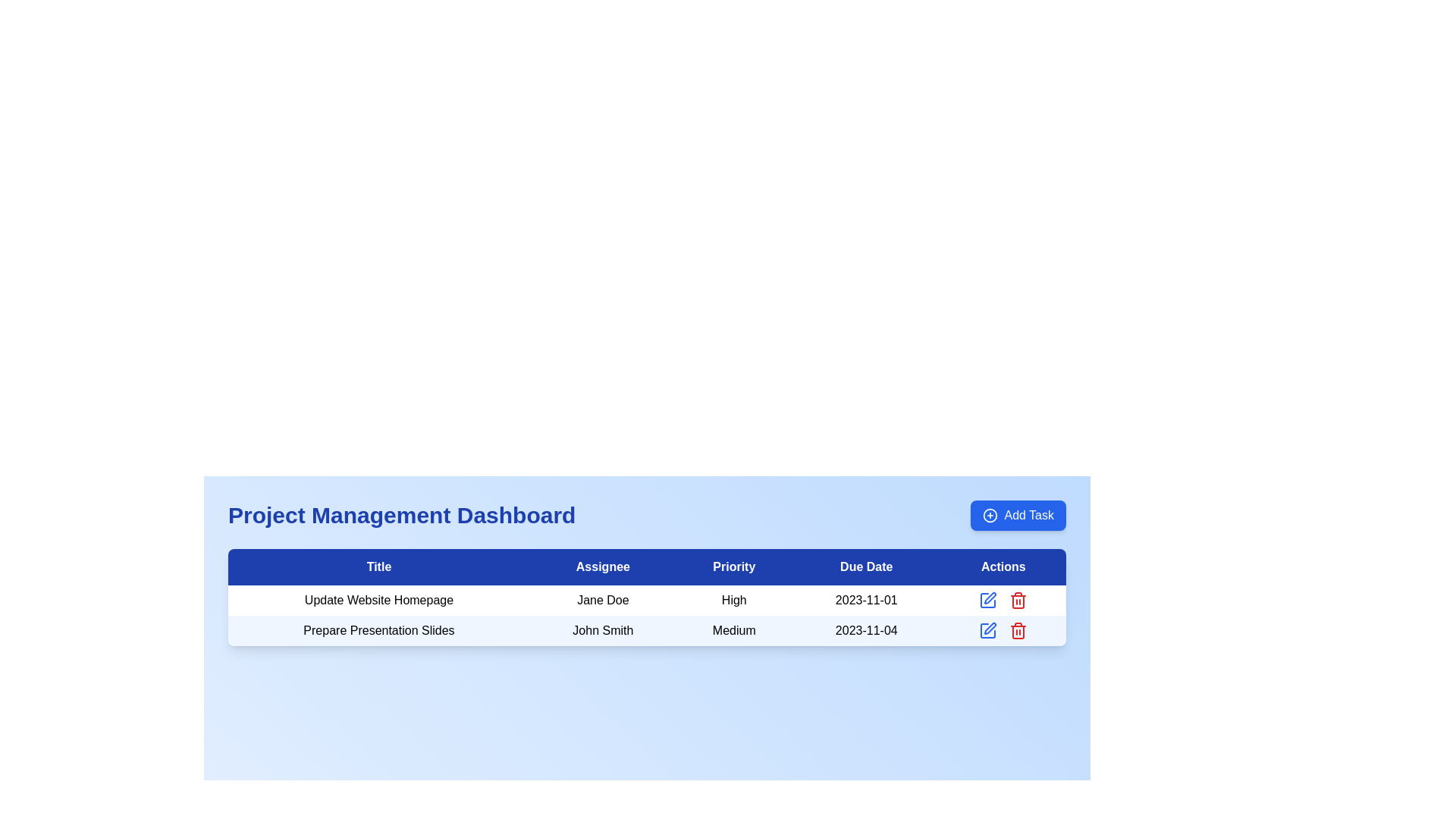  Describe the element at coordinates (1003, 567) in the screenshot. I see `the static text label "Actions" in the table header, which has a solid blue background and centered white text, located as the fifth column header` at that location.